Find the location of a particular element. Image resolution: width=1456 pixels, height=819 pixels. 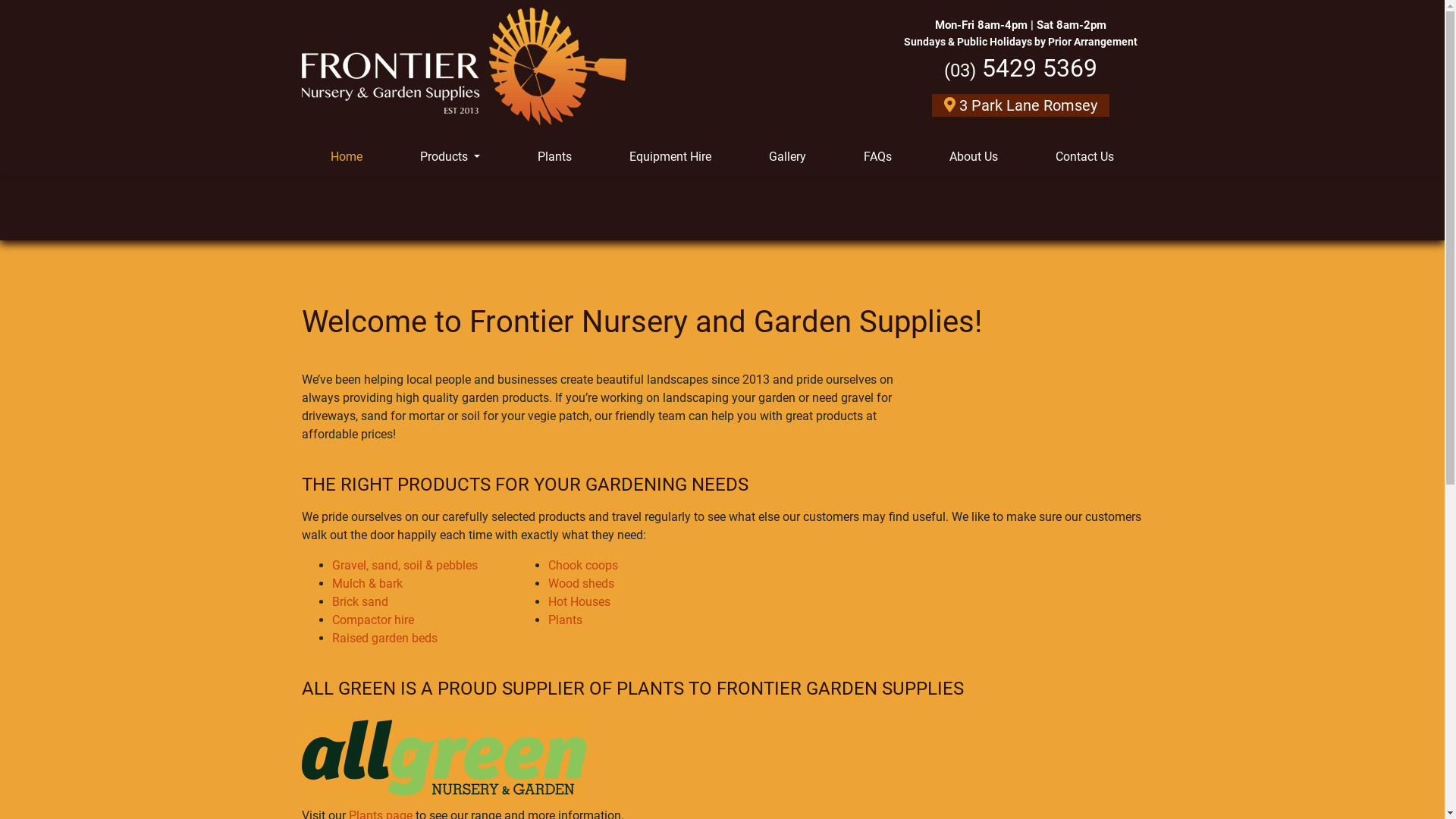

'Brick sand' is located at coordinates (331, 601).